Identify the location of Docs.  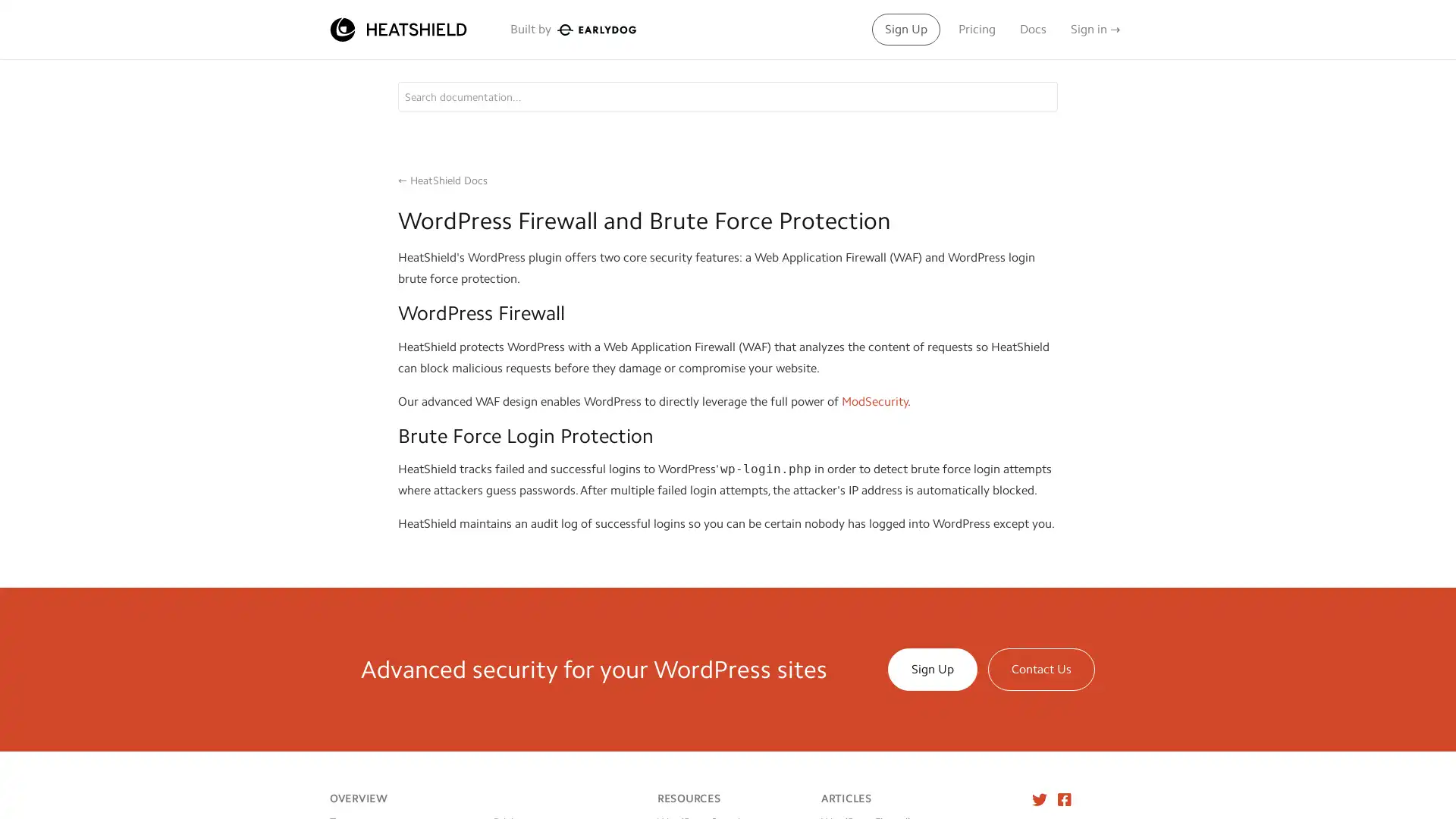
(1032, 29).